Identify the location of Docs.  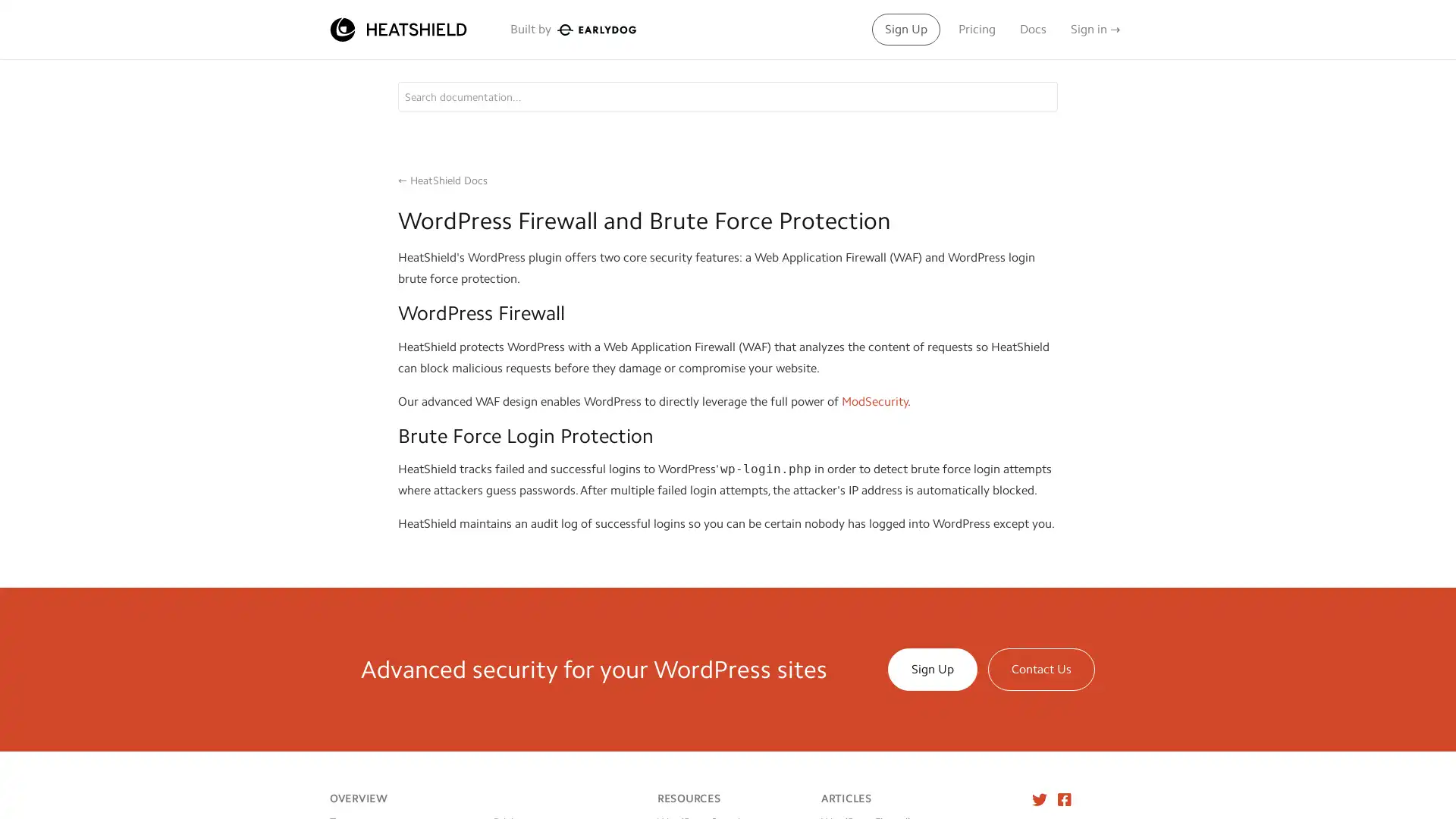
(1032, 29).